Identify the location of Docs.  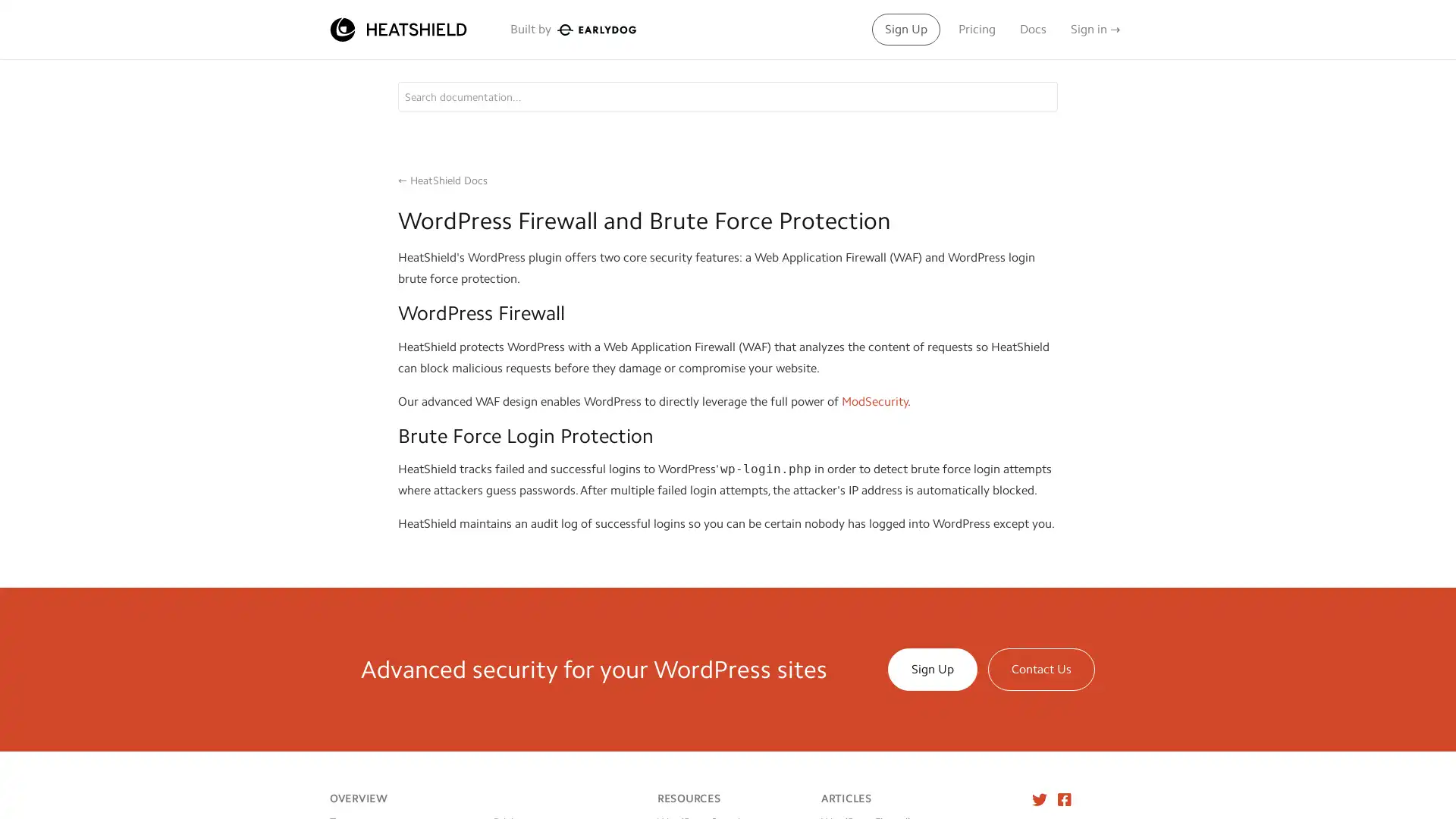
(1032, 29).